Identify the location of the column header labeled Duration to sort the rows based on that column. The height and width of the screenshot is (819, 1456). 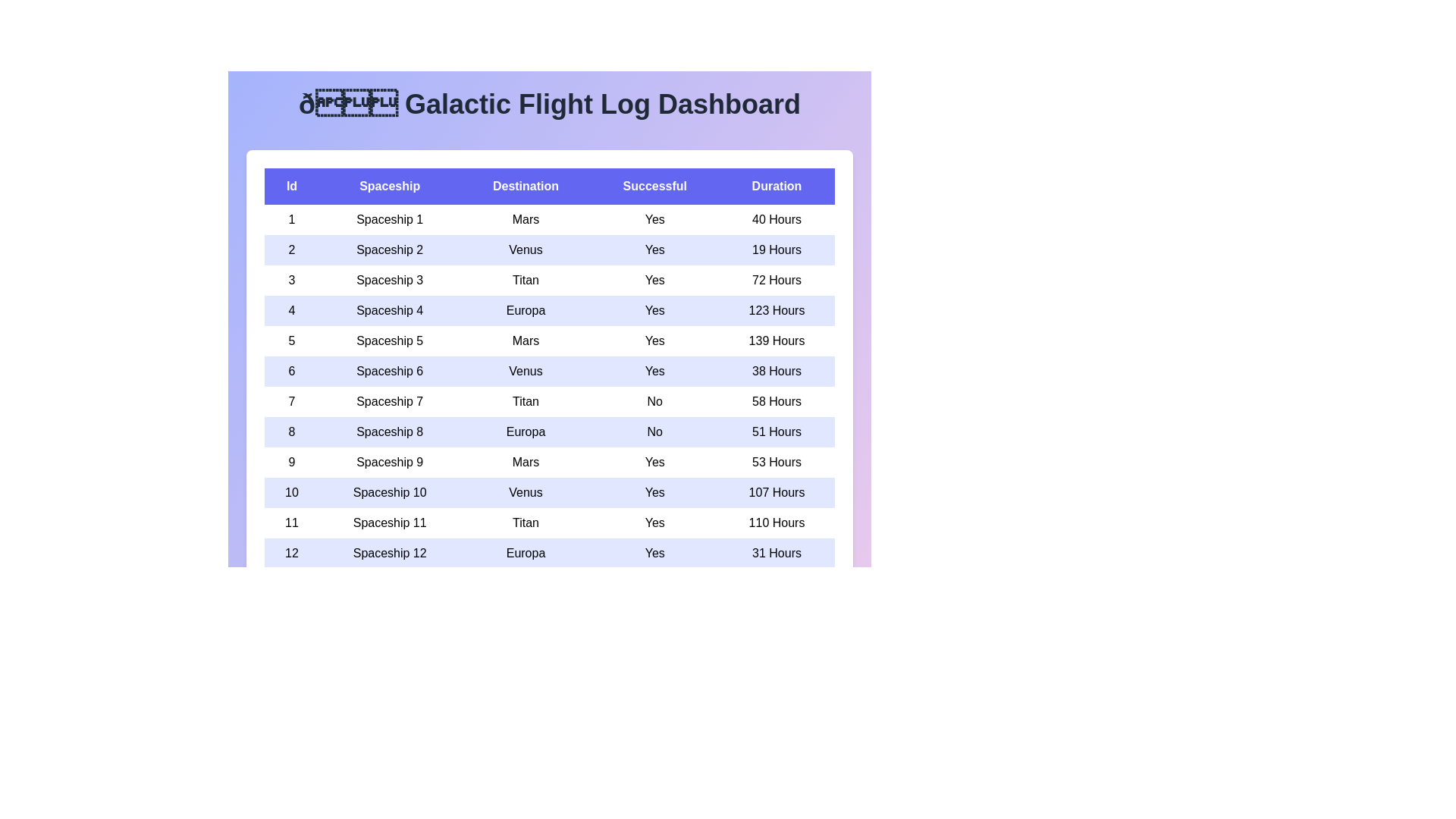
(777, 186).